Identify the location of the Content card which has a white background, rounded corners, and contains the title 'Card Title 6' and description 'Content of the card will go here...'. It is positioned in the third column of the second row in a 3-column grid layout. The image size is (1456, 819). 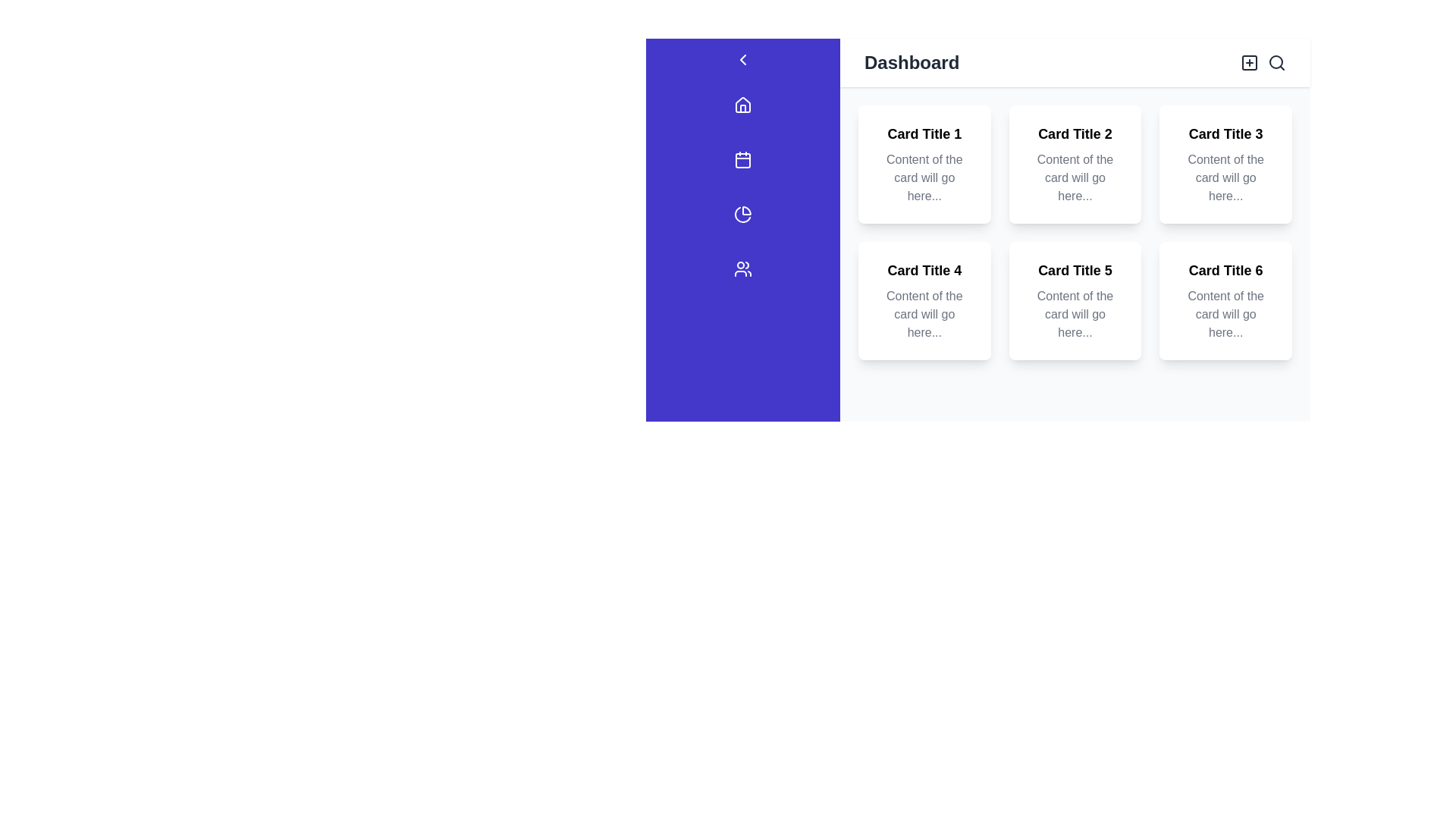
(1225, 301).